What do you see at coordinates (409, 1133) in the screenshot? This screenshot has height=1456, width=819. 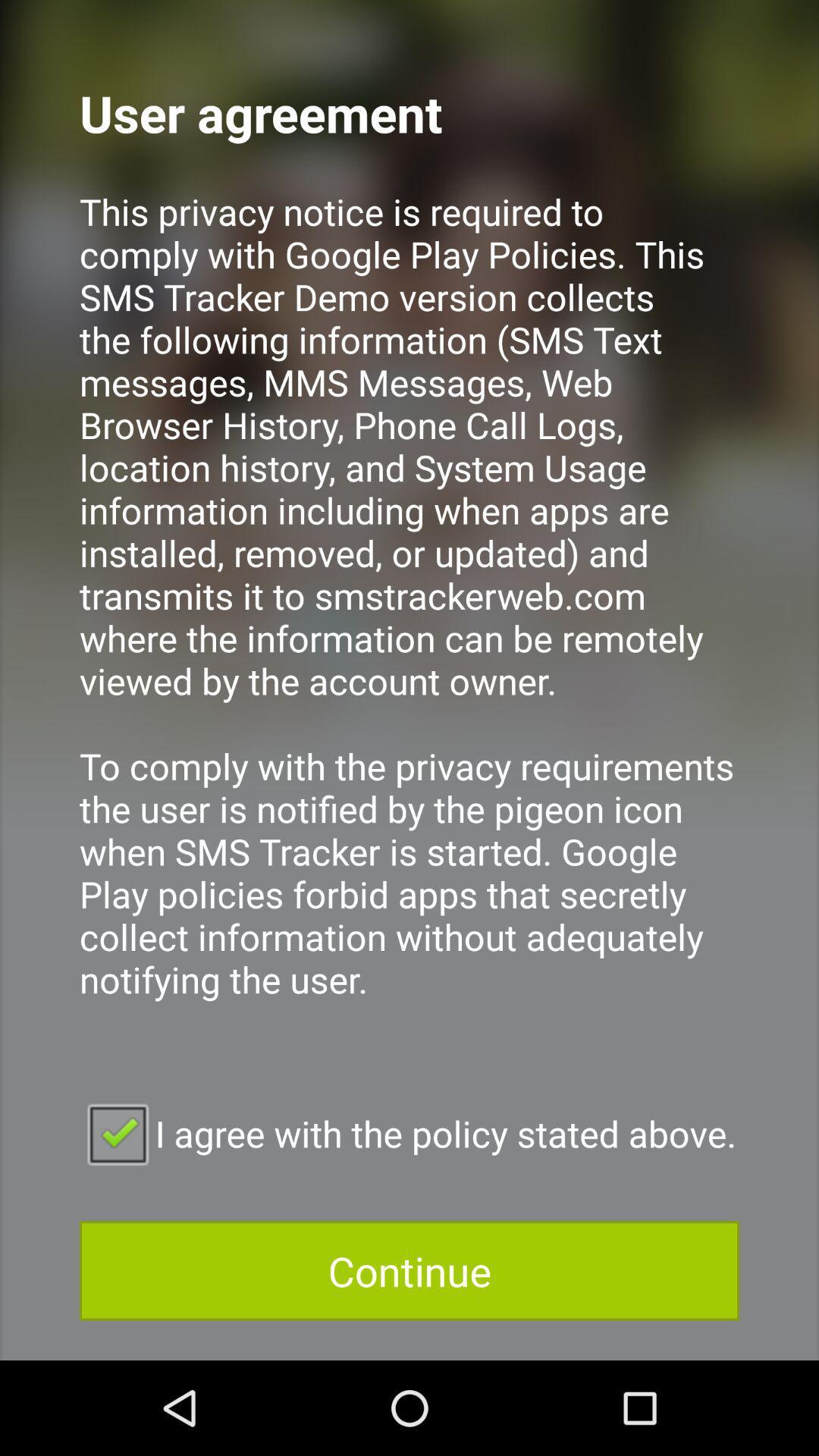 I see `app below the this privacy notice item` at bounding box center [409, 1133].